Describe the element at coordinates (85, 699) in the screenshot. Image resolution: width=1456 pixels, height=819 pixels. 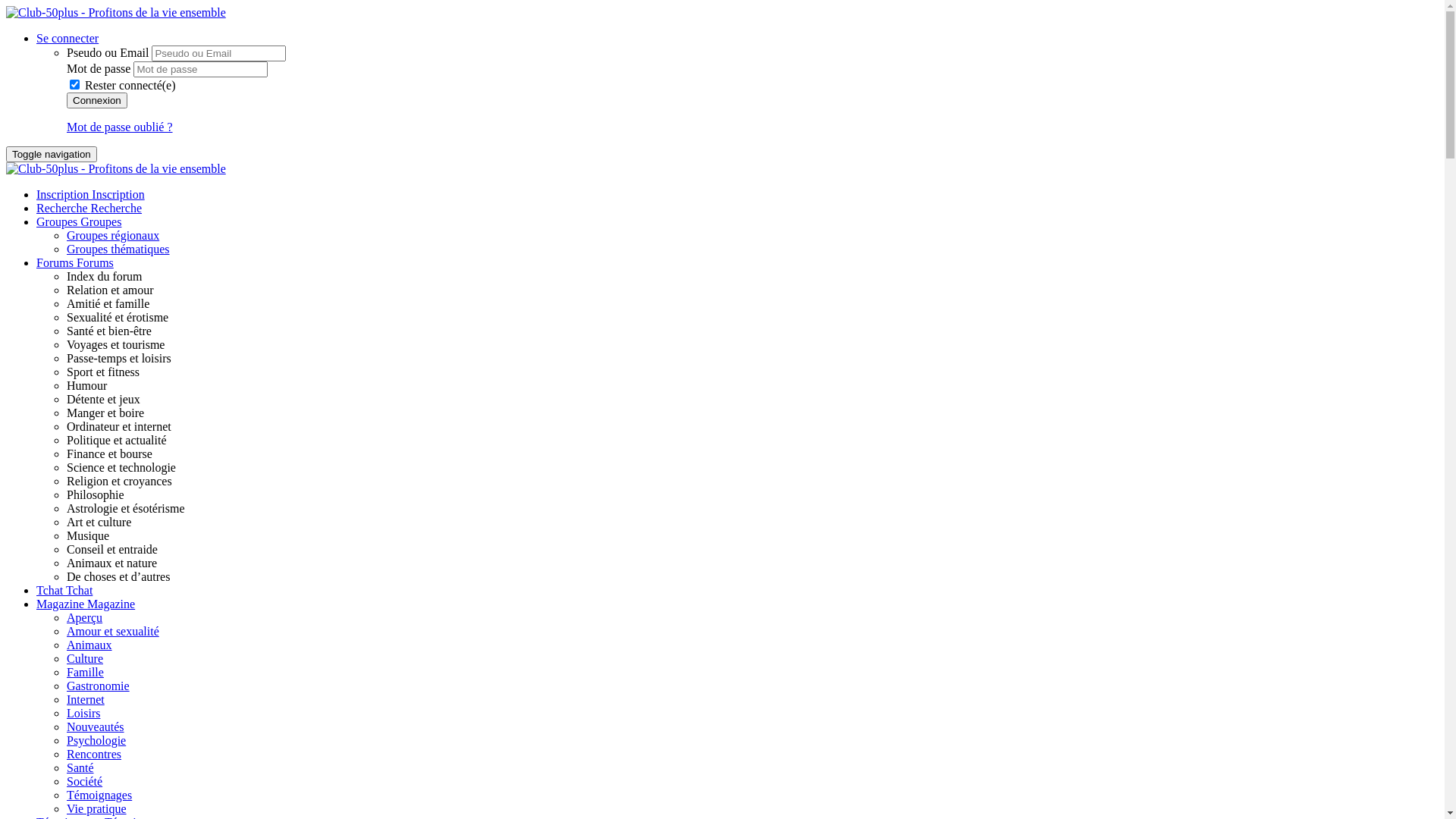
I see `'Internet'` at that location.